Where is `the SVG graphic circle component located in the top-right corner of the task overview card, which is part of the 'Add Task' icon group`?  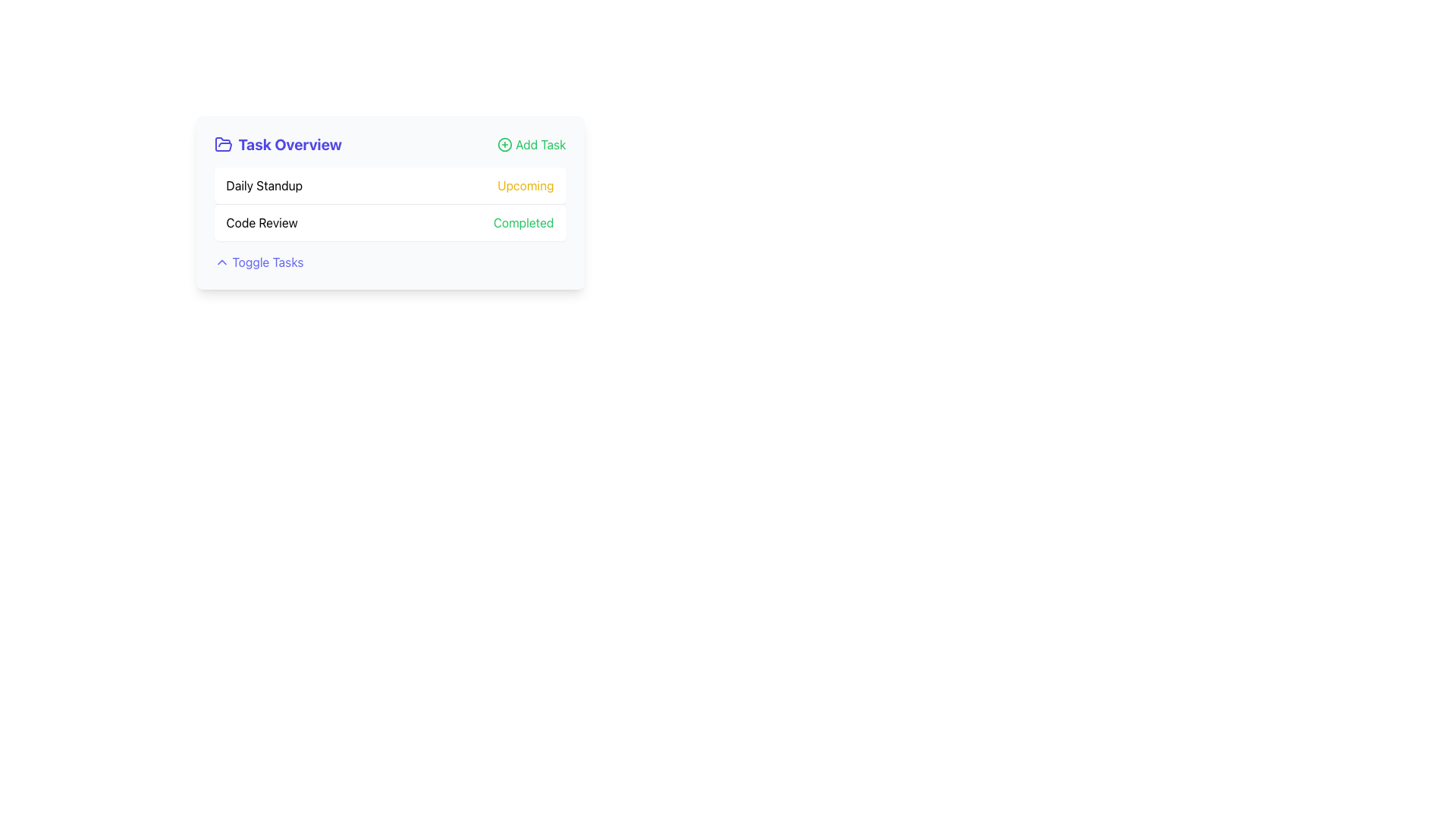 the SVG graphic circle component located in the top-right corner of the task overview card, which is part of the 'Add Task' icon group is located at coordinates (505, 145).